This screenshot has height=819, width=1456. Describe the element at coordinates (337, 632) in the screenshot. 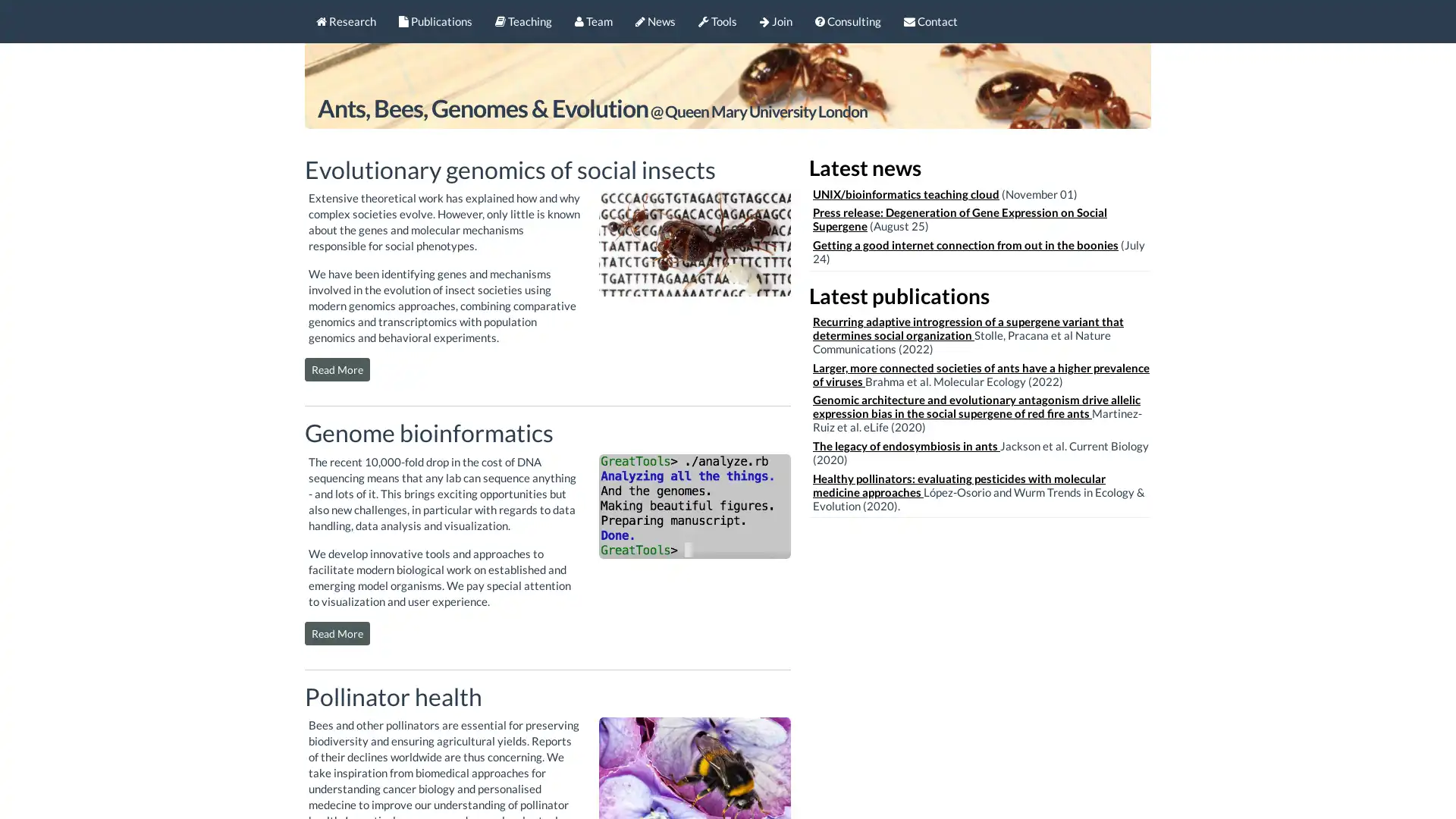

I see `Read More` at that location.